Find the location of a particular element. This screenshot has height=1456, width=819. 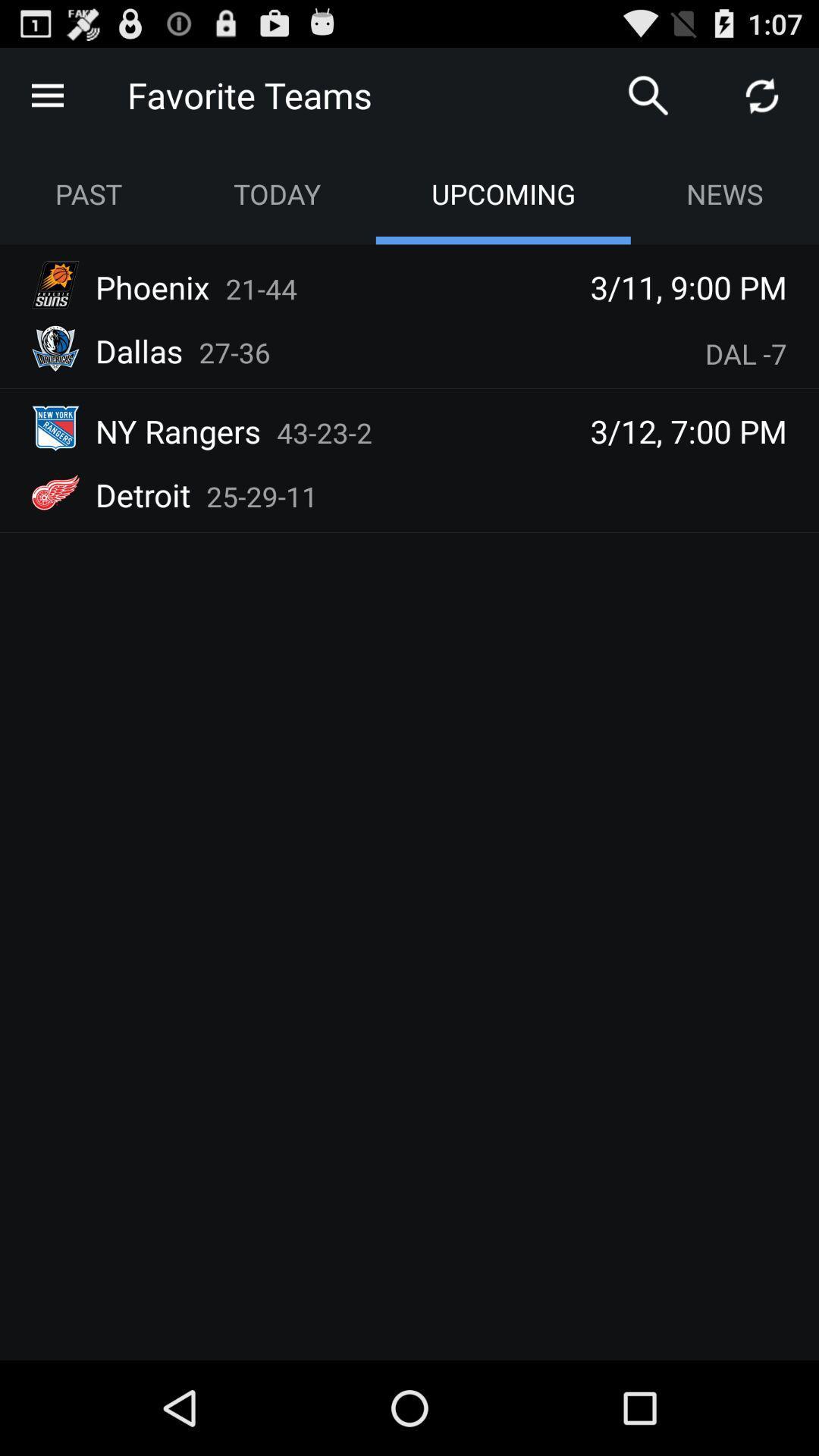

search engine is located at coordinates (648, 94).